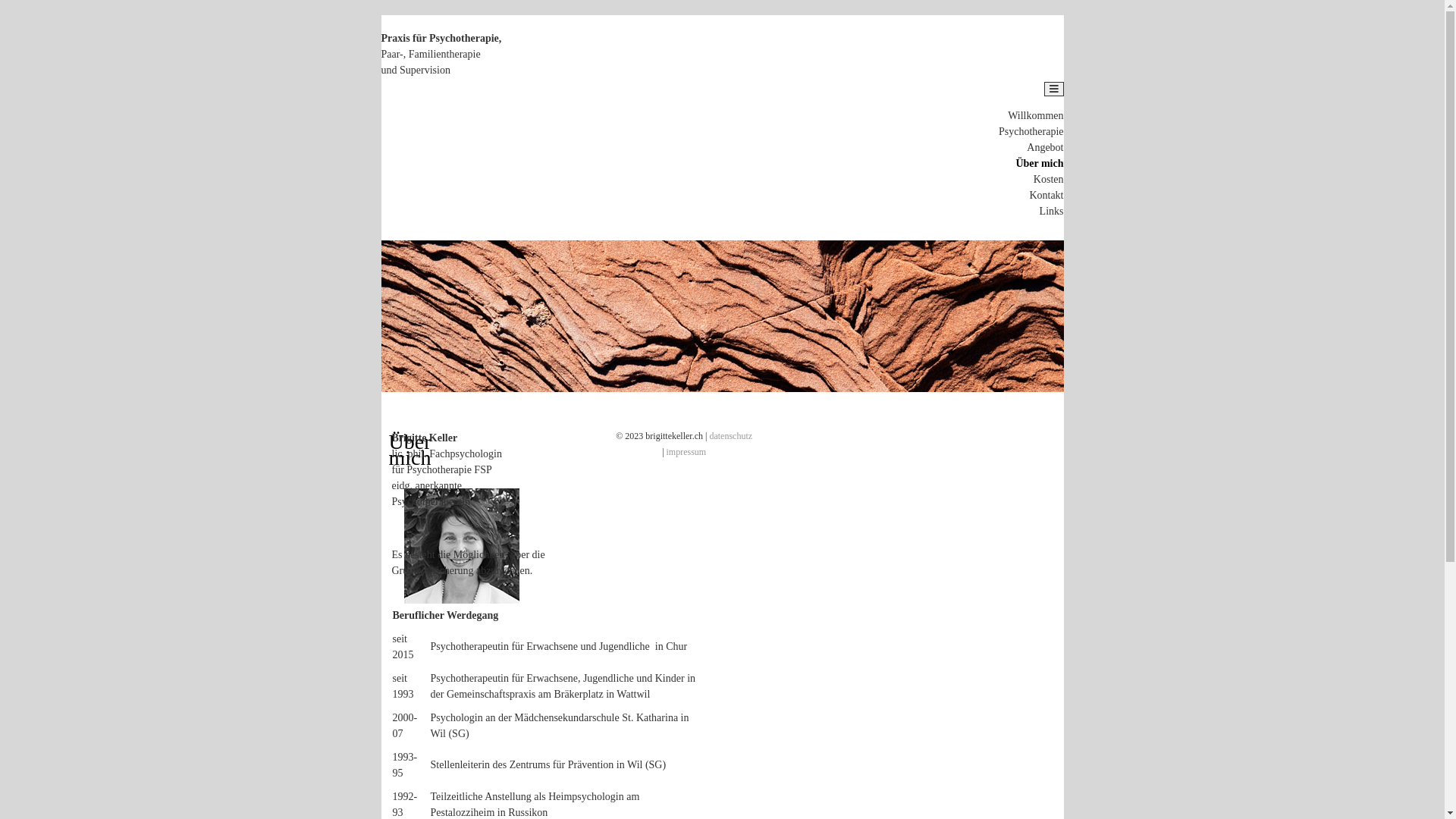 This screenshot has height=819, width=1456. I want to click on 'Links', so click(1051, 211).